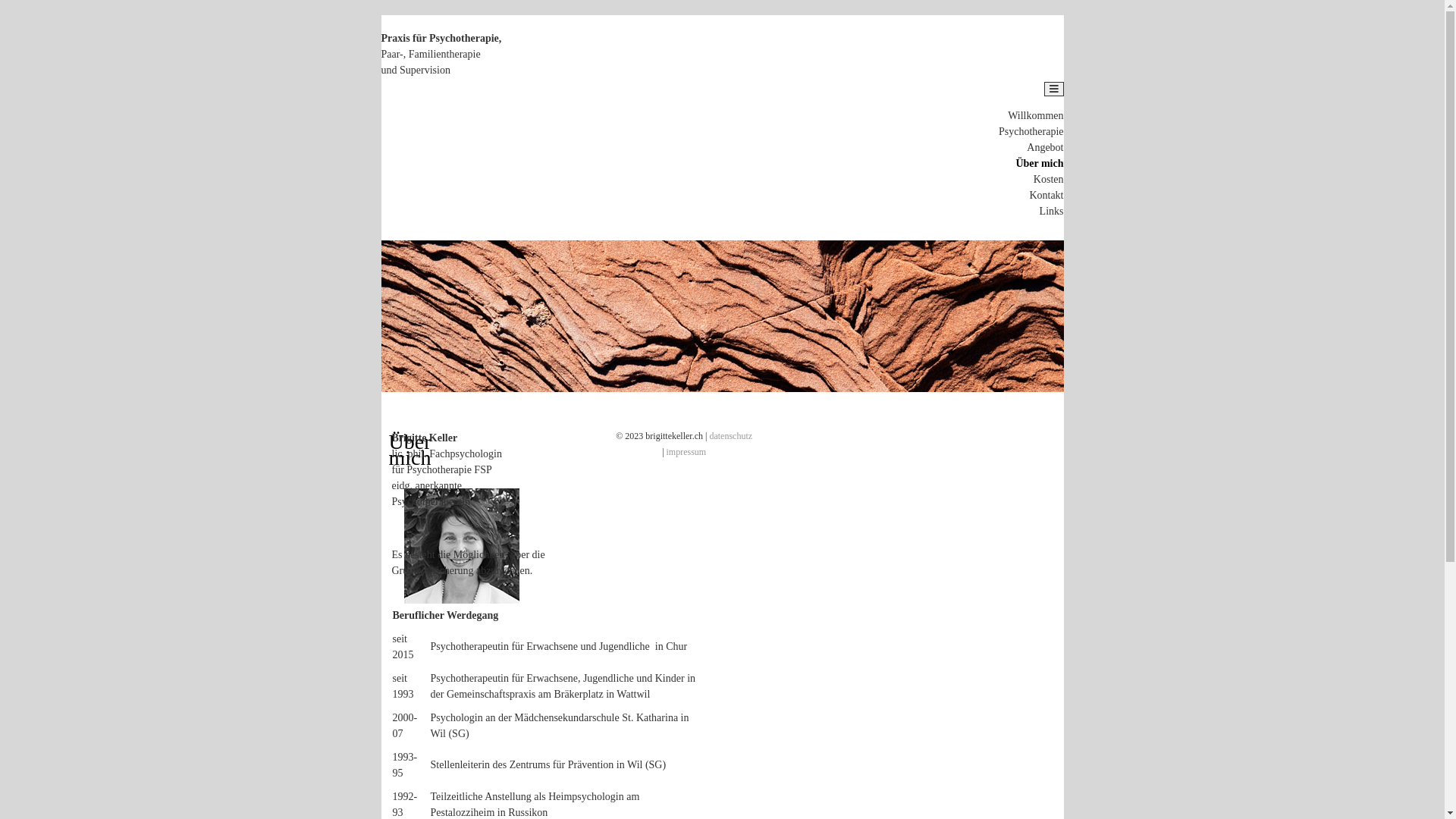 This screenshot has height=819, width=1456. I want to click on 'Links', so click(1051, 211).